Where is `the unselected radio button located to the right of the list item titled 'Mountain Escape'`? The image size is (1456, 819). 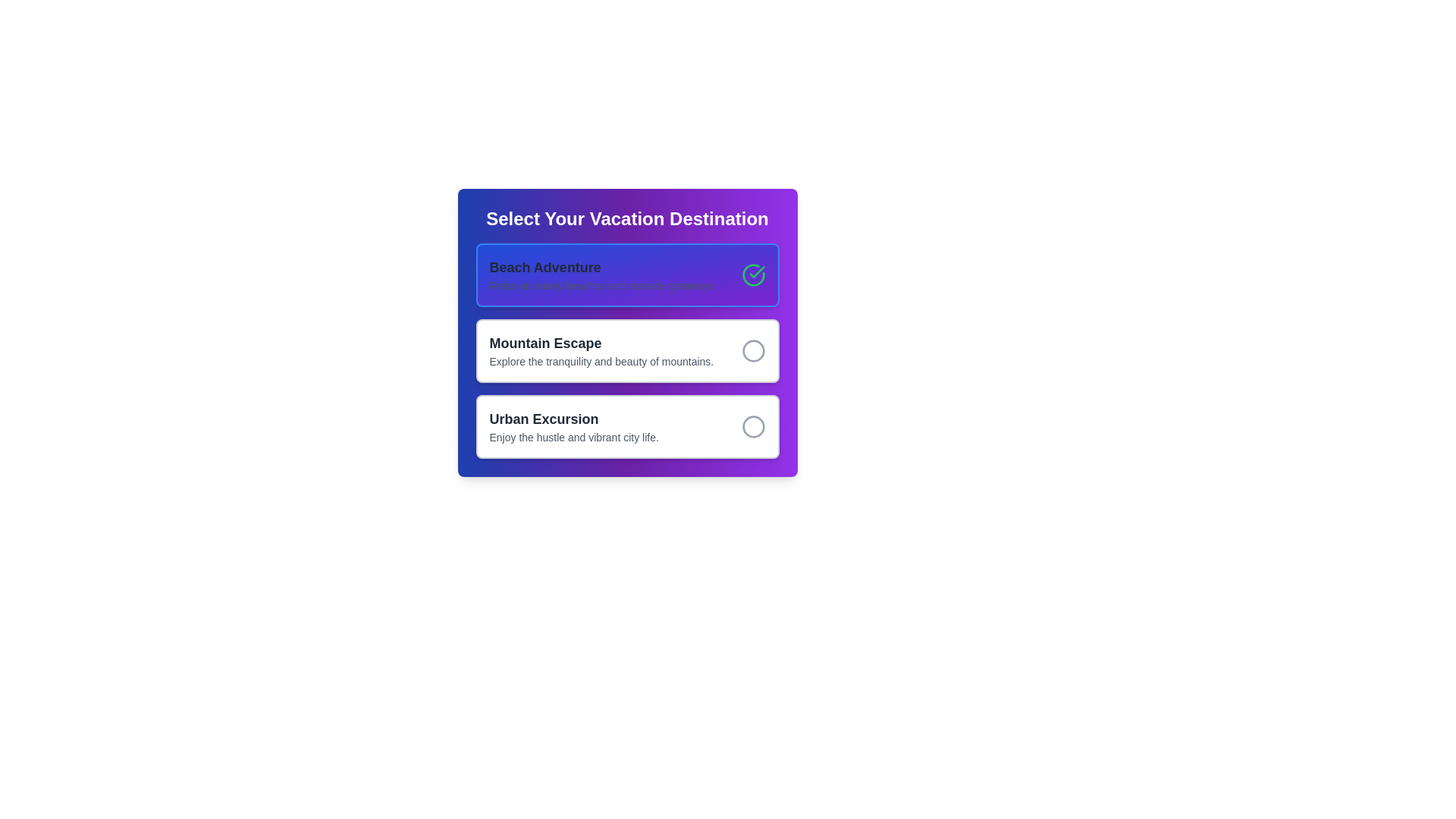
the unselected radio button located to the right of the list item titled 'Mountain Escape' is located at coordinates (753, 350).